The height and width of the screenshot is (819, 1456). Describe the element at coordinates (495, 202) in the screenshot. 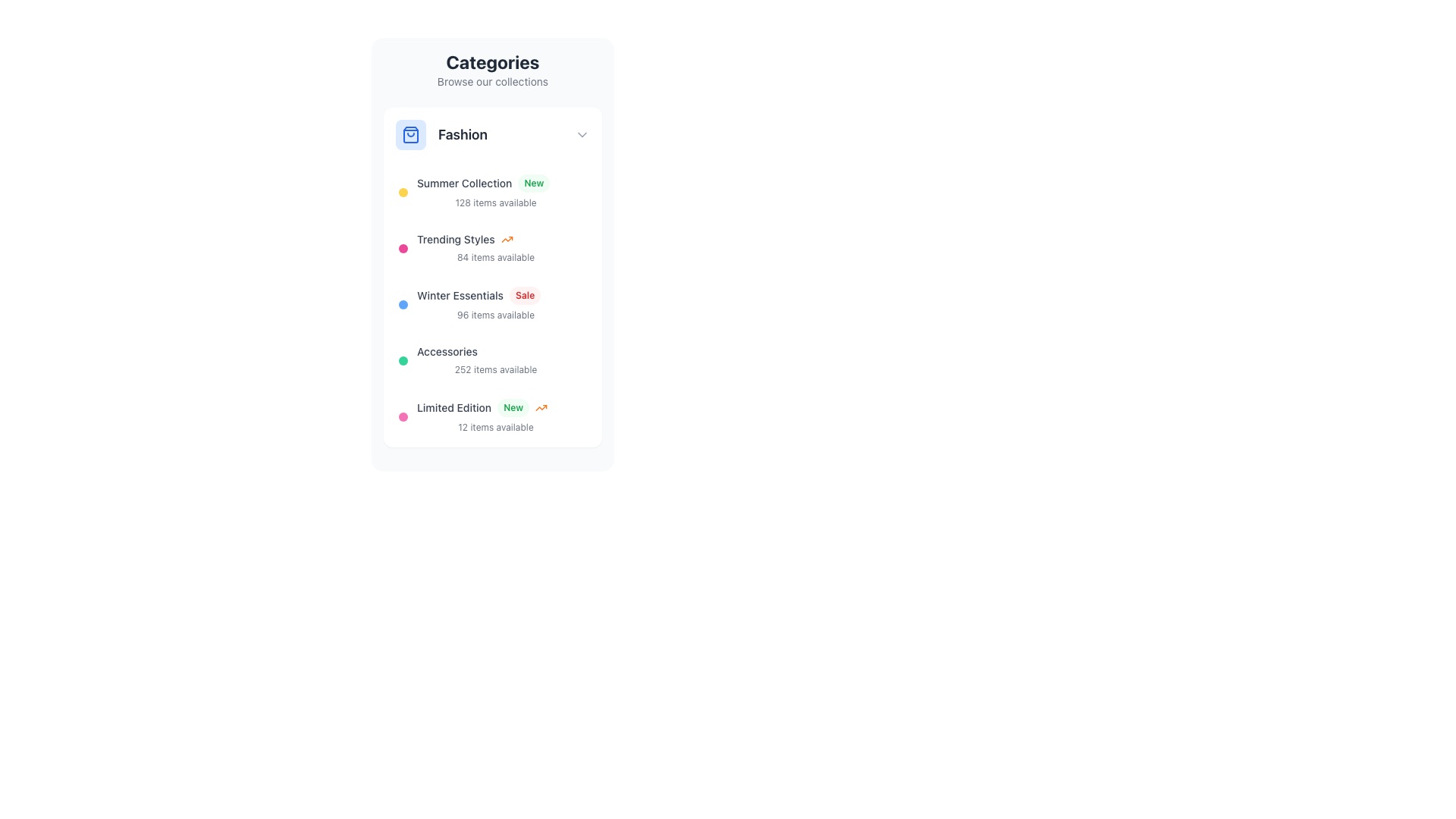

I see `contextual information displayed in the text label beneath 'Summer Collection' in the 'Fashion' section, which indicates the quantity of items available` at that location.